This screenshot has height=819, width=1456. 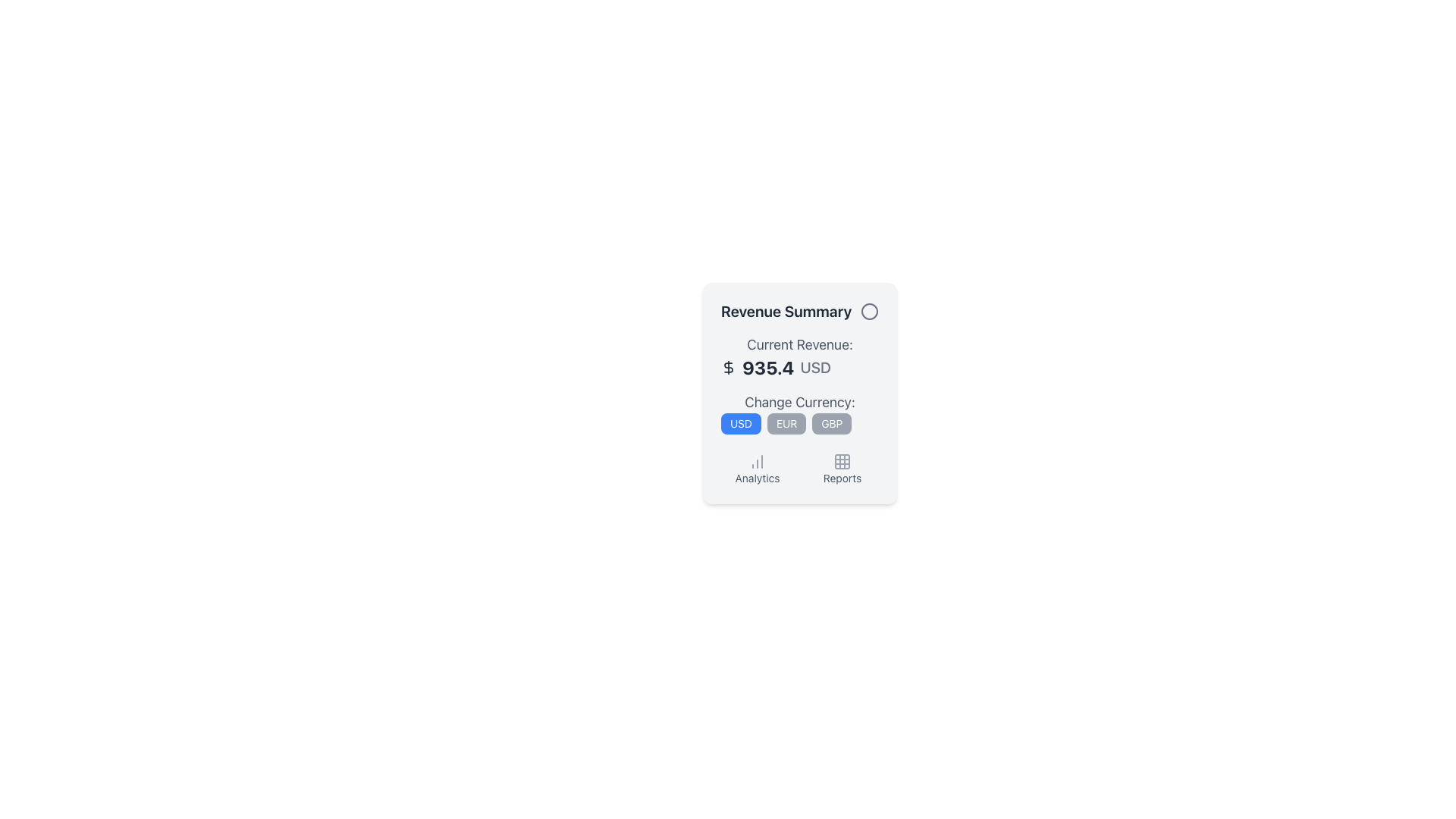 What do you see at coordinates (799, 368) in the screenshot?
I see `the Text Display element that shows the currency value '935.4 USD', which is styled with a bold font for the value and a lighter font for the currency, positioned below the 'Current Revenue:' label` at bounding box center [799, 368].